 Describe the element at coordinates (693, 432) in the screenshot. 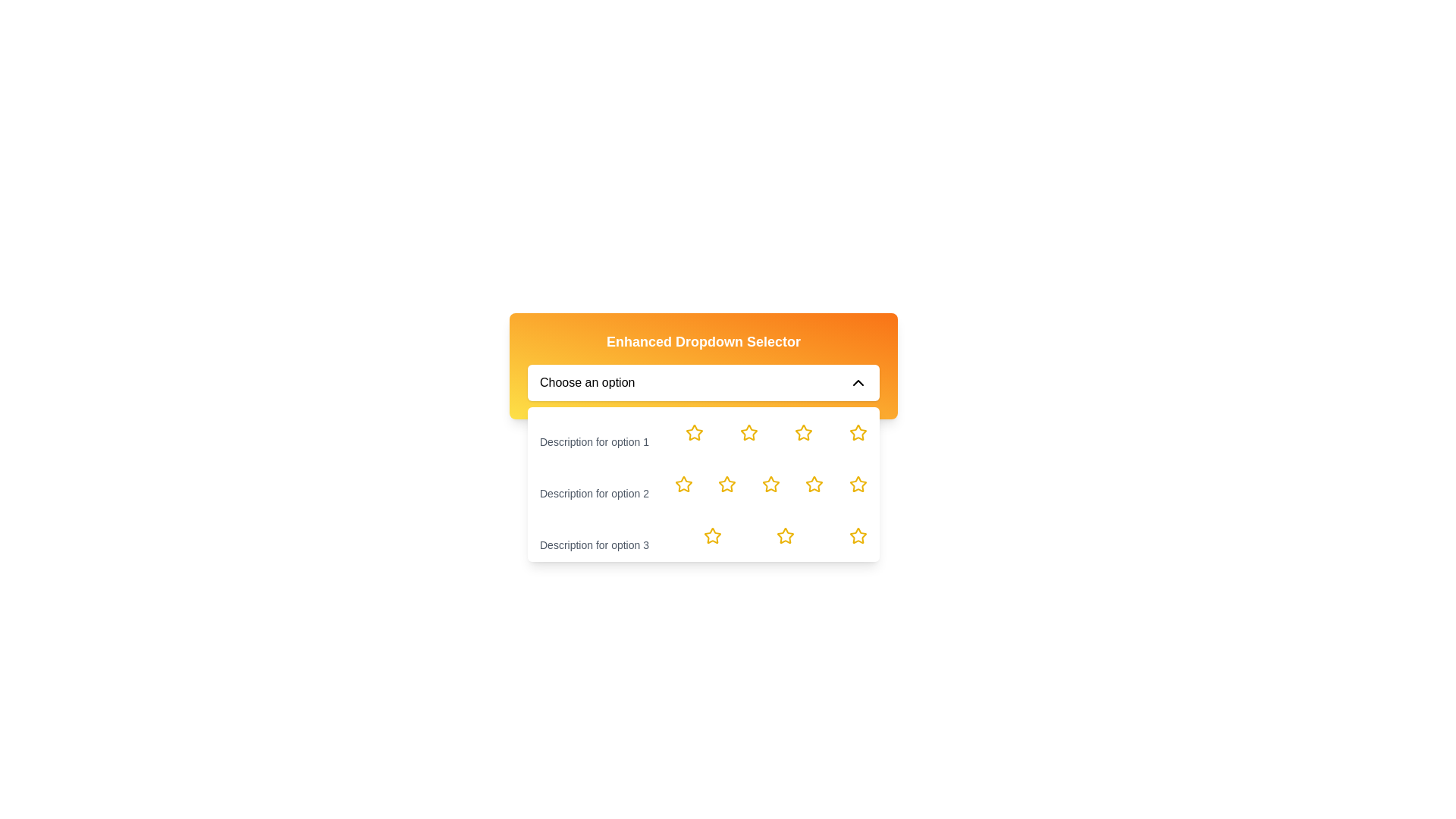

I see `the first star-shaped icon button in the row of rating stars located in the 'Enhanced Dropdown Selector'` at that location.